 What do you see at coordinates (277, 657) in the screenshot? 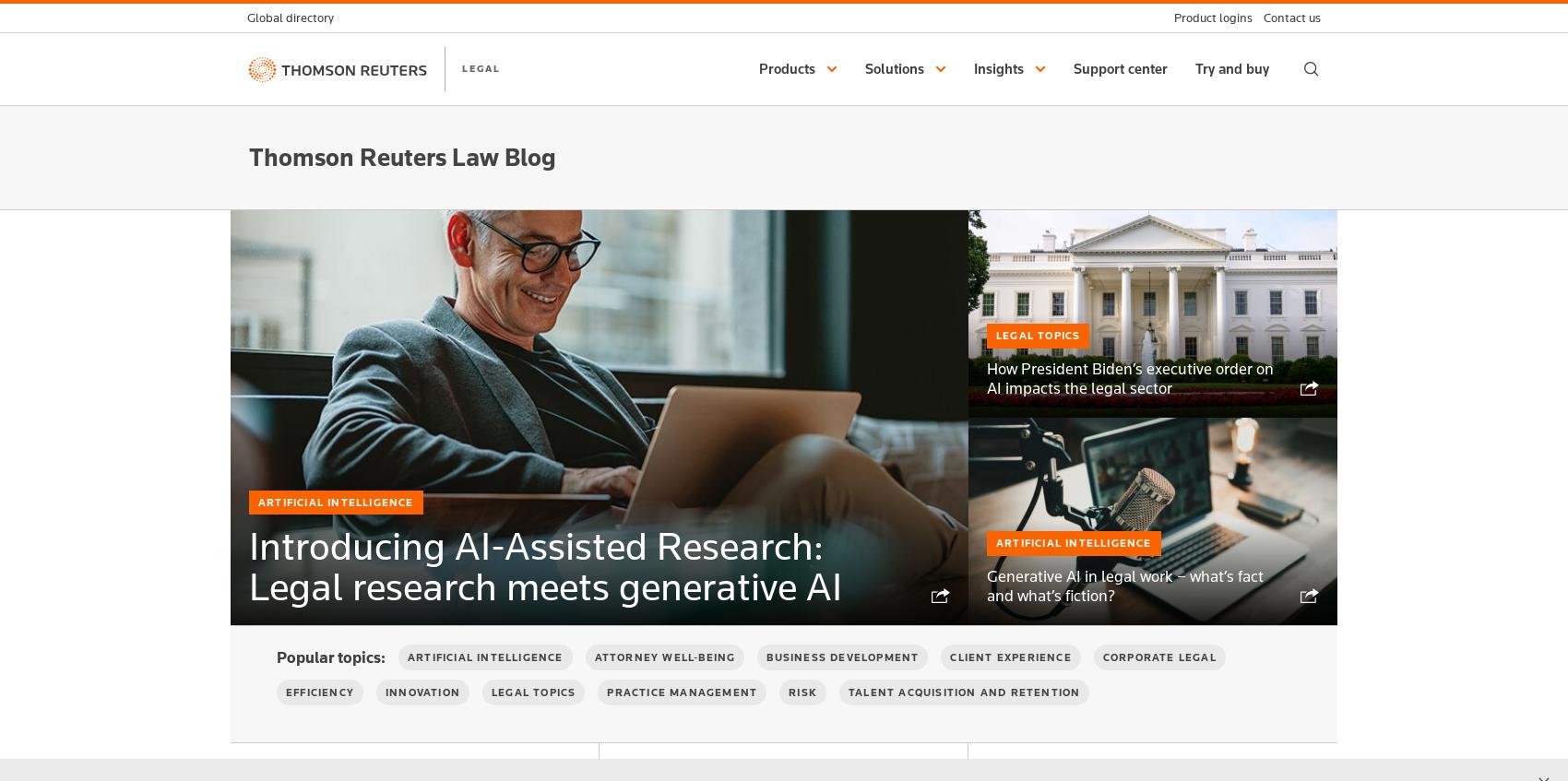
I see `'Popular topics:'` at bounding box center [277, 657].